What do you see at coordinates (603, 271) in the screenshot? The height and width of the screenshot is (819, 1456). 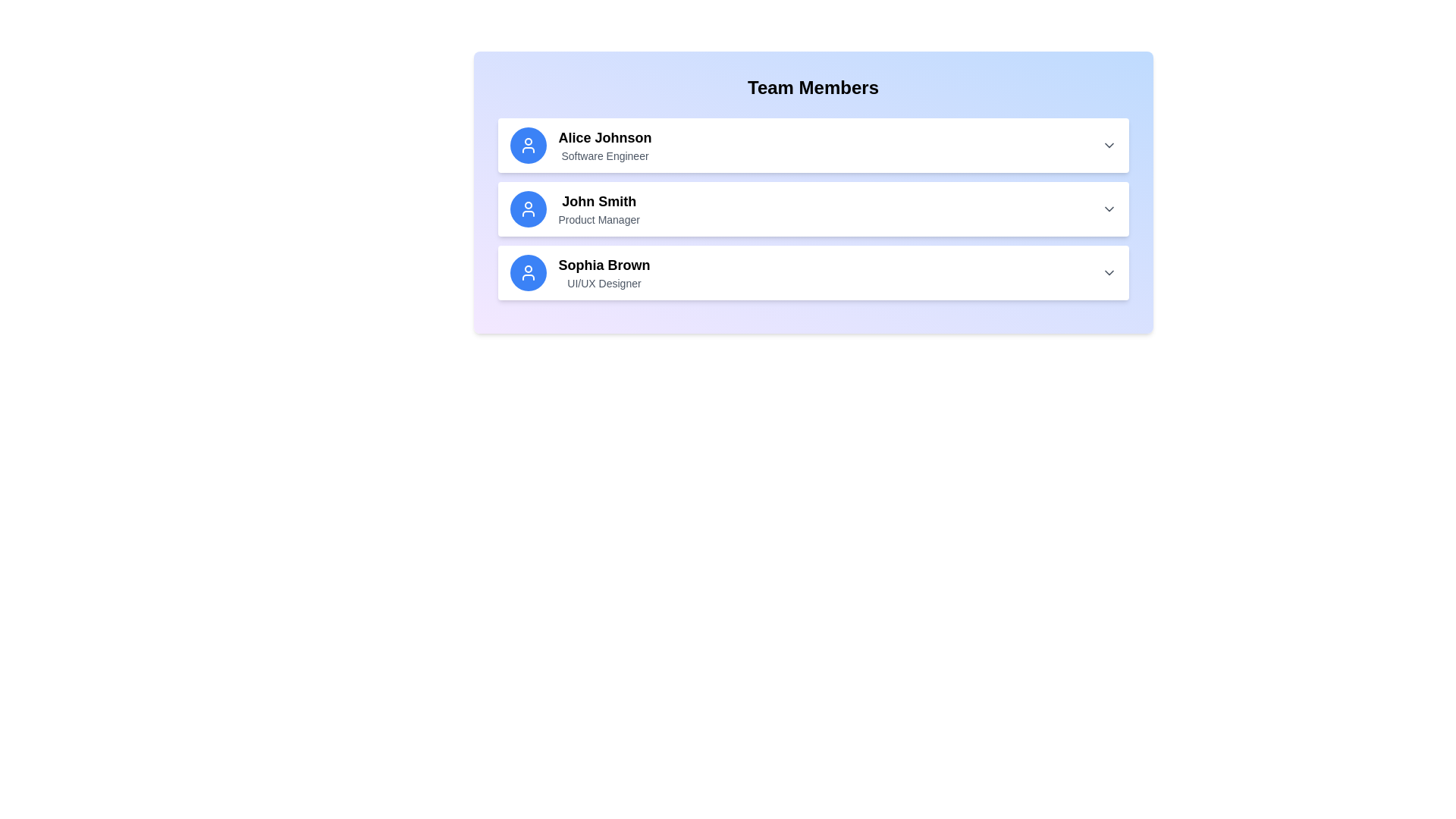 I see `the text block element displaying 'Sophia Brown' which is the third item in the team members list, featuring a bold name and a smaller gray title below` at bounding box center [603, 271].